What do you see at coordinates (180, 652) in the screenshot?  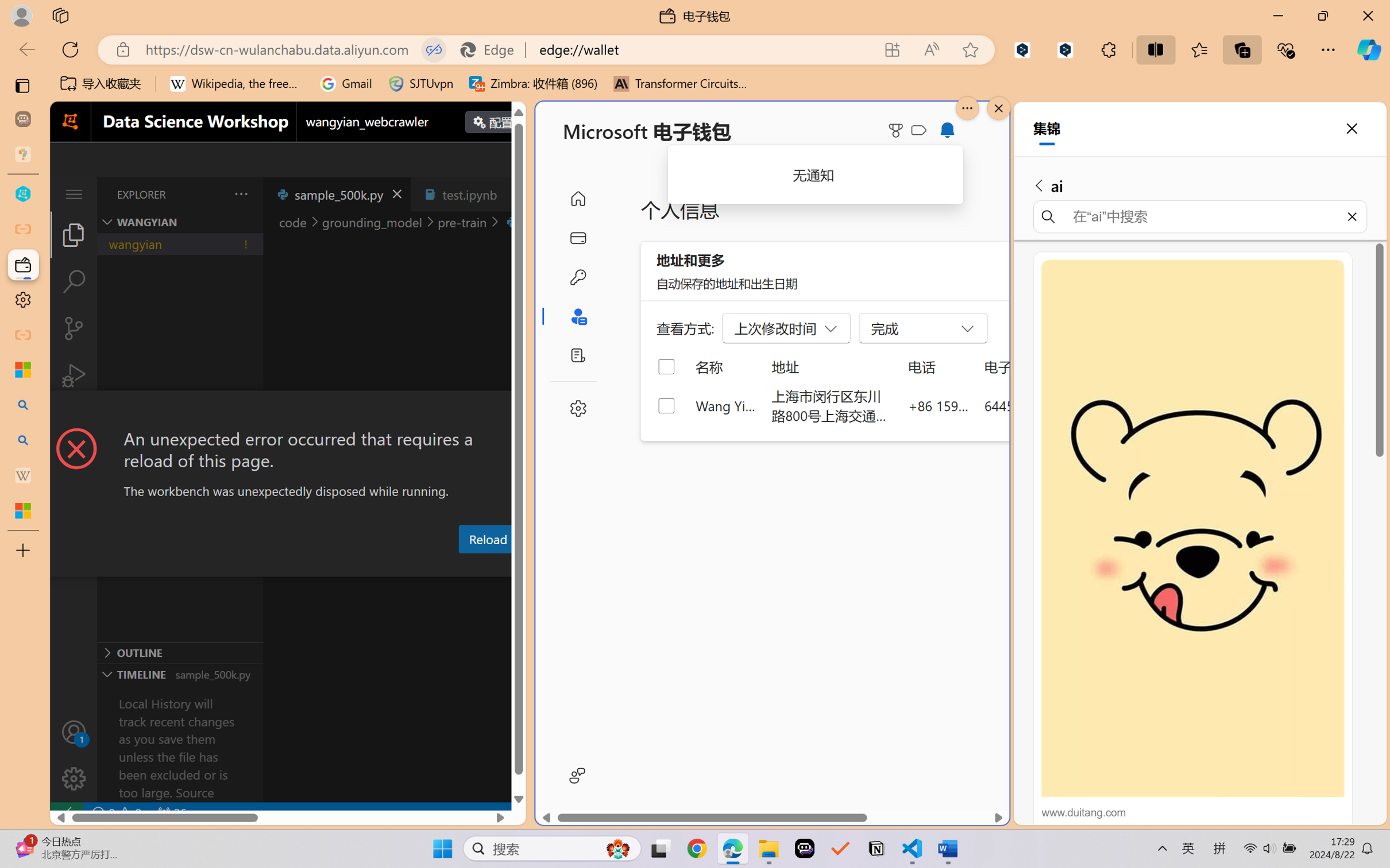 I see `'Outline Section'` at bounding box center [180, 652].